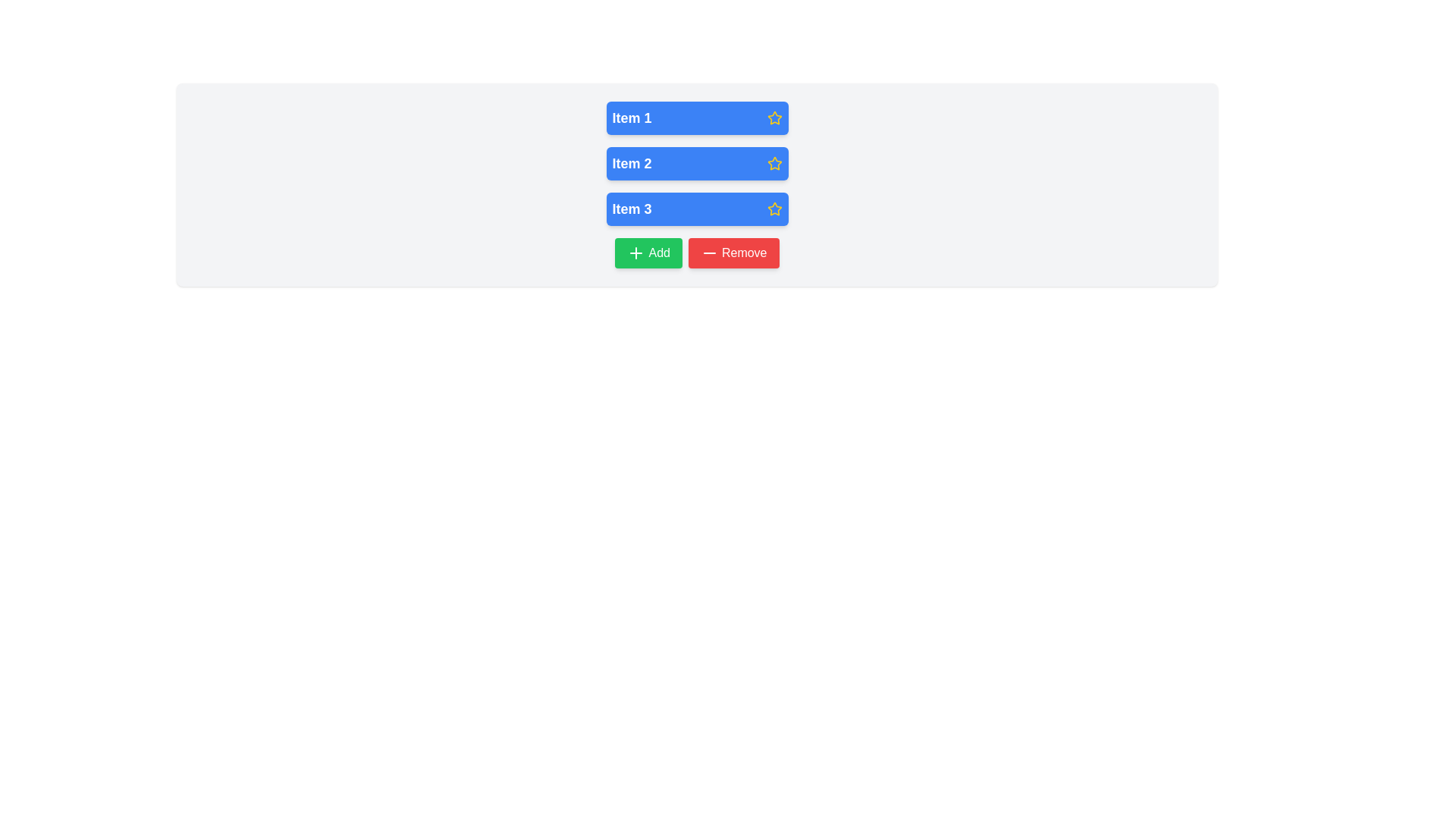 This screenshot has width=1456, height=819. What do you see at coordinates (632, 209) in the screenshot?
I see `text content of the label positioned to the left of the yellow star icon on the third blue button in a vertical stack` at bounding box center [632, 209].